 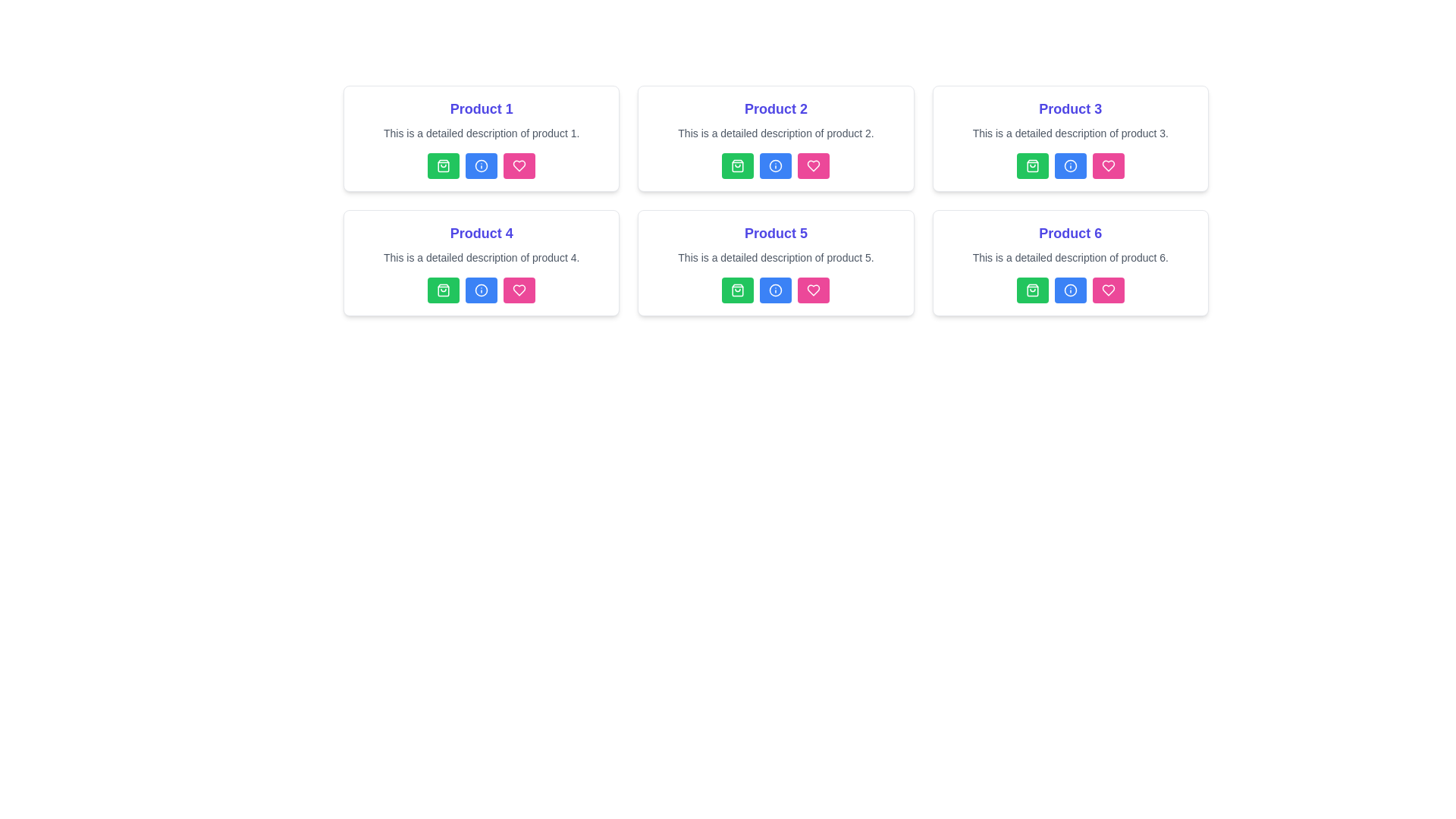 What do you see at coordinates (481, 234) in the screenshot?
I see `the Text label that represents the title of the product card for 'Product 4', located at the top of the card` at bounding box center [481, 234].